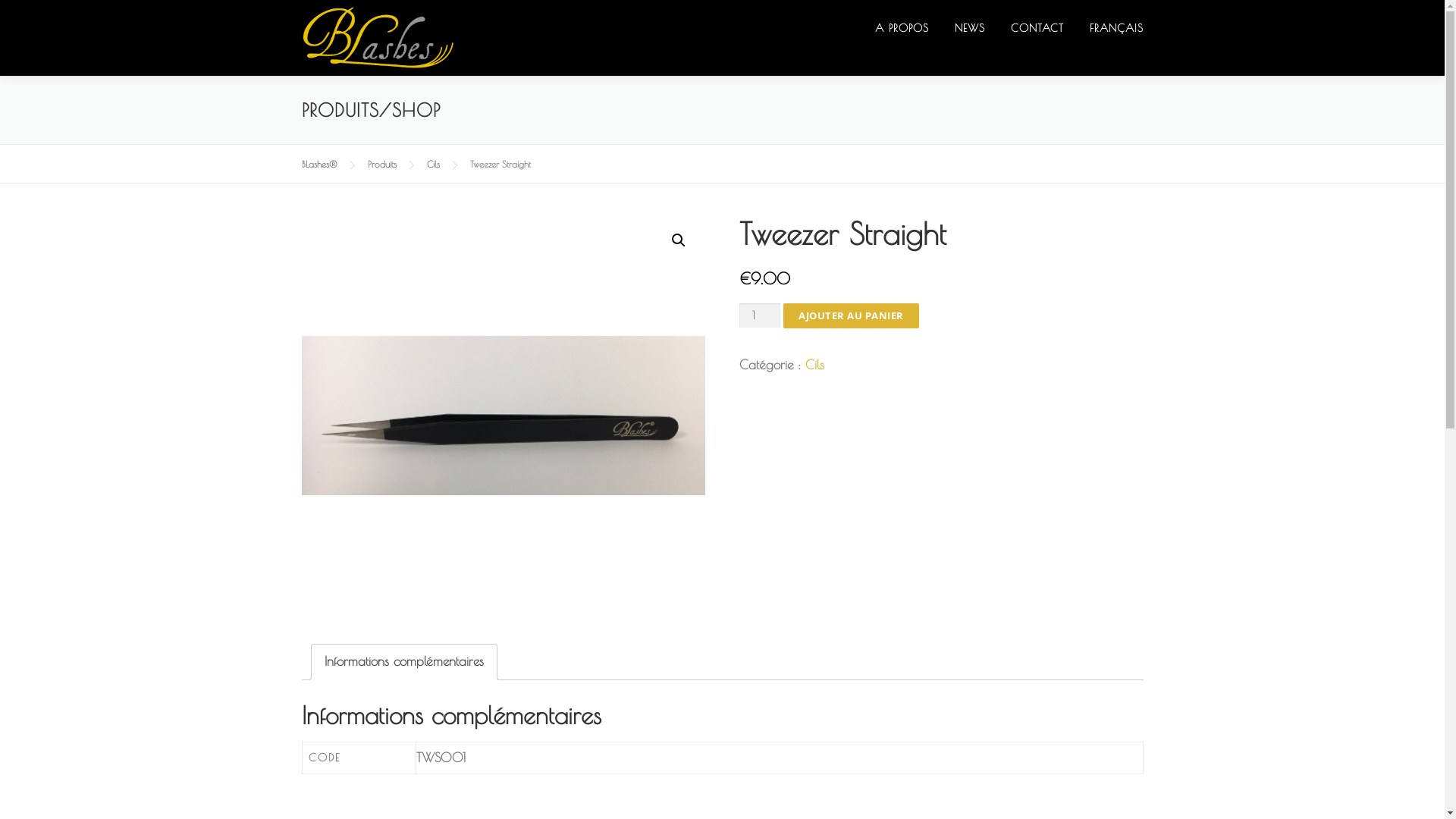 The image size is (1456, 819). Describe the element at coordinates (431, 164) in the screenshot. I see `'Cils'` at that location.